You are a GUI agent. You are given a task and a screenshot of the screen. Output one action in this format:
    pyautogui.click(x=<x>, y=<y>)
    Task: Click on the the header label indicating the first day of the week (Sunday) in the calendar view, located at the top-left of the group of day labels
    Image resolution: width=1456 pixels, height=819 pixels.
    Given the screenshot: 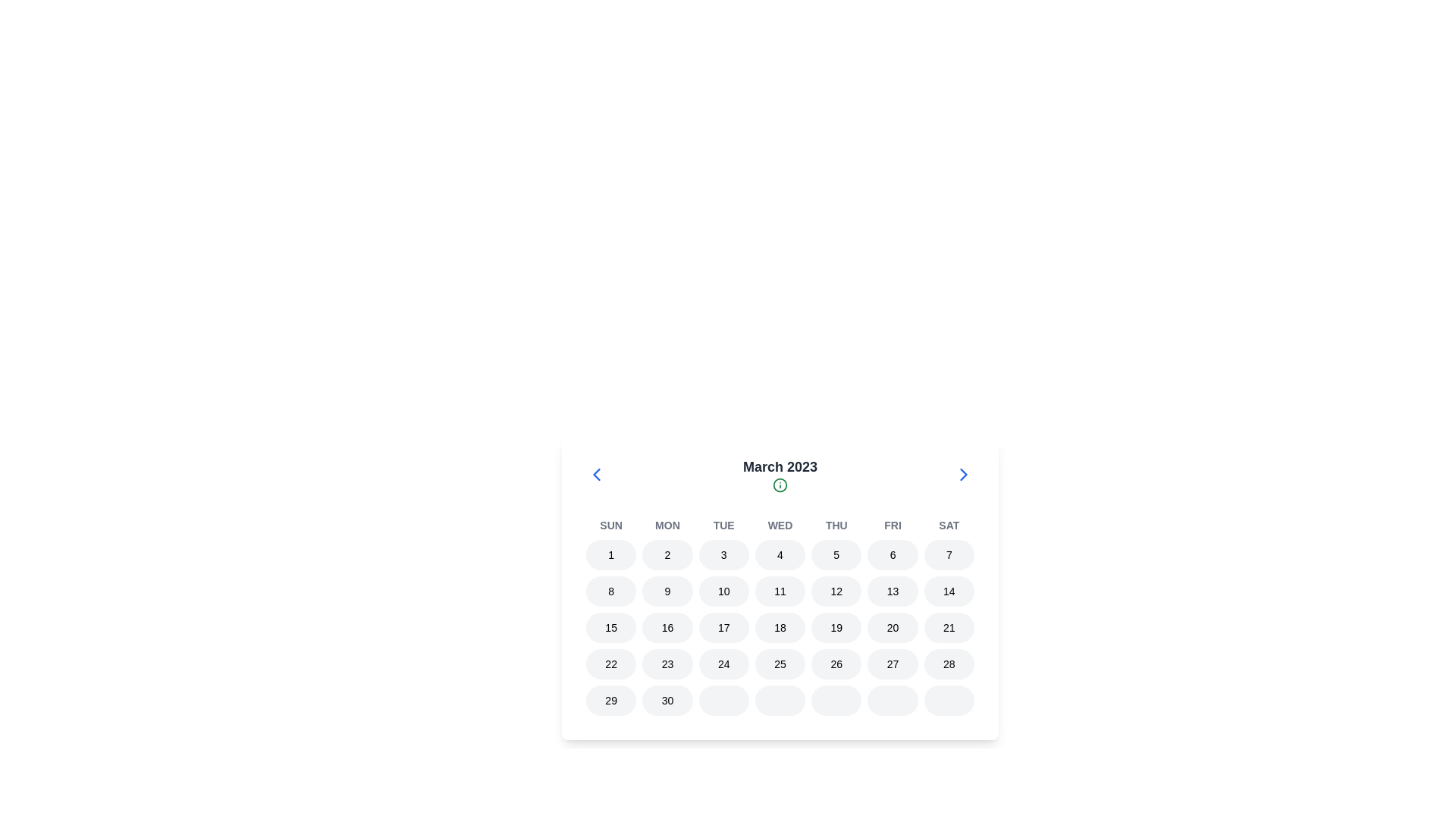 What is the action you would take?
    pyautogui.click(x=611, y=525)
    